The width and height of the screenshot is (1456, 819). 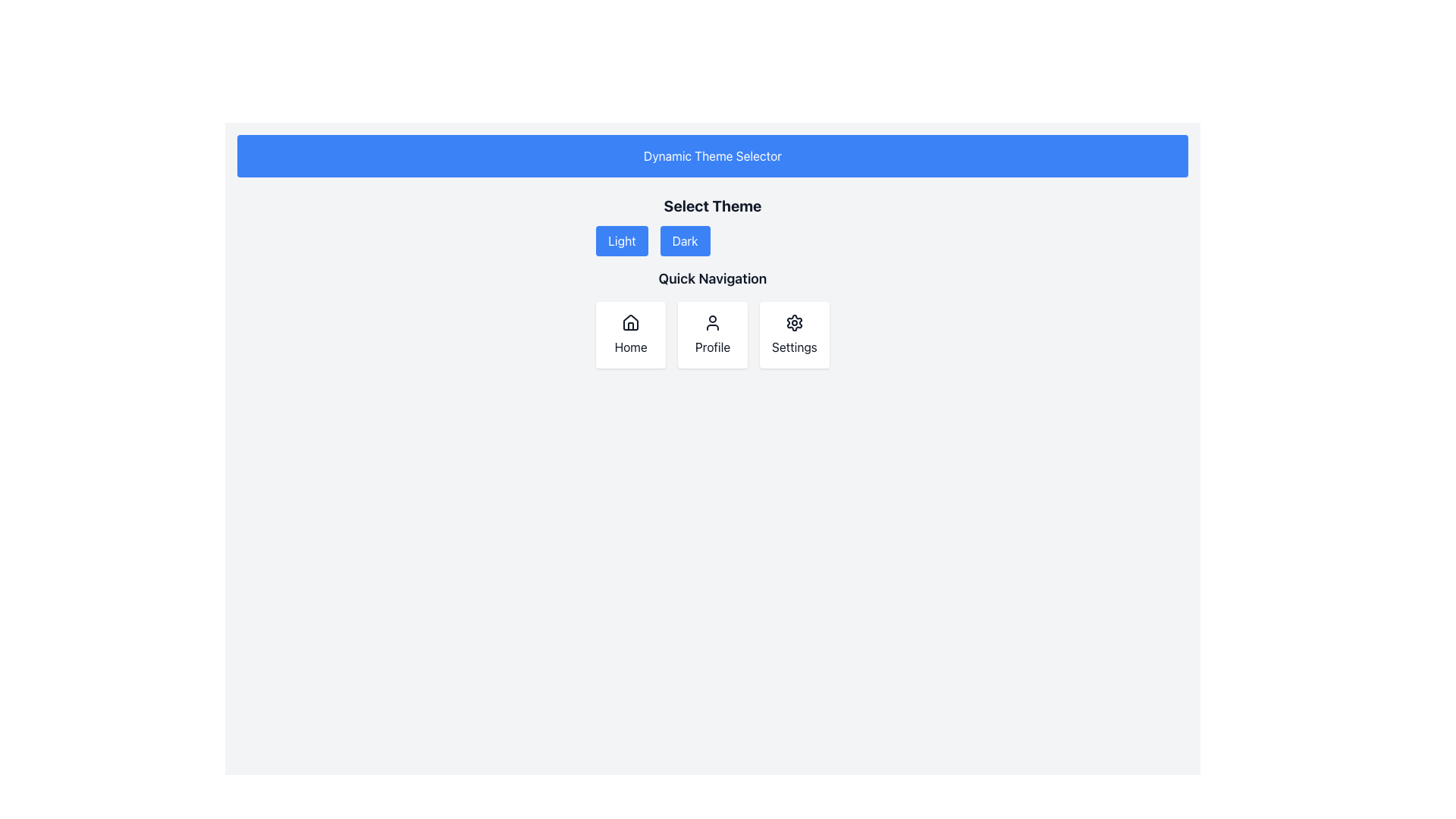 What do you see at coordinates (631, 347) in the screenshot?
I see `text label displaying 'Home' located centrally within the first navigation card under the 'Quick Navigation' section, positioned below the house icon` at bounding box center [631, 347].